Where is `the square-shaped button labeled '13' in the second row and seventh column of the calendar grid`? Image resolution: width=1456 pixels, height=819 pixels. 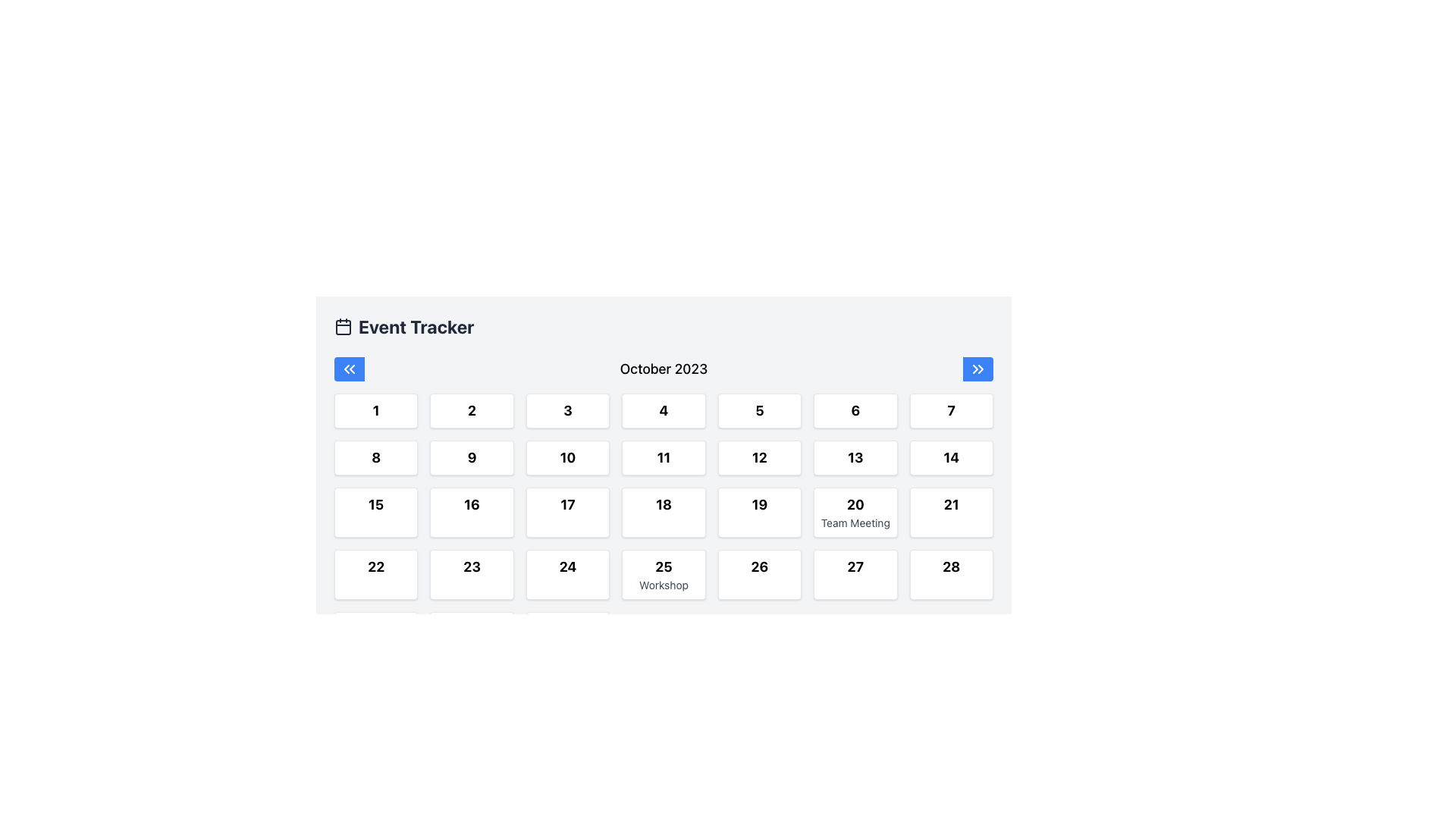 the square-shaped button labeled '13' in the second row and seventh column of the calendar grid is located at coordinates (855, 457).